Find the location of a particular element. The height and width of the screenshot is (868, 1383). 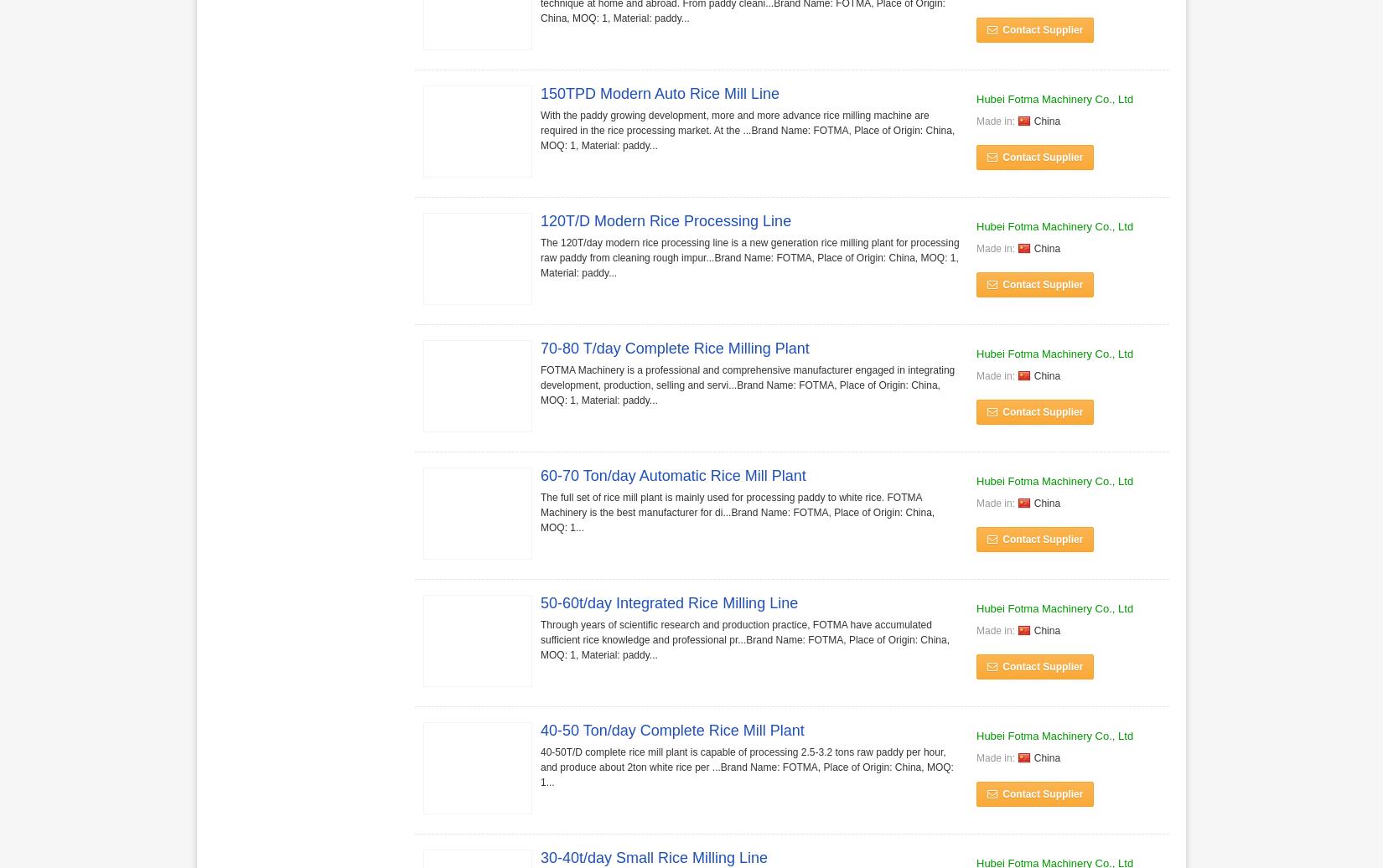

'FOTMA Machinery is a professional and comprehensive manufacturer engaged in integrating development, production, selling and servi...Brand Name: FOTMA, Place of Origin: China, MOQ: 1, Material: paddy...' is located at coordinates (747, 385).